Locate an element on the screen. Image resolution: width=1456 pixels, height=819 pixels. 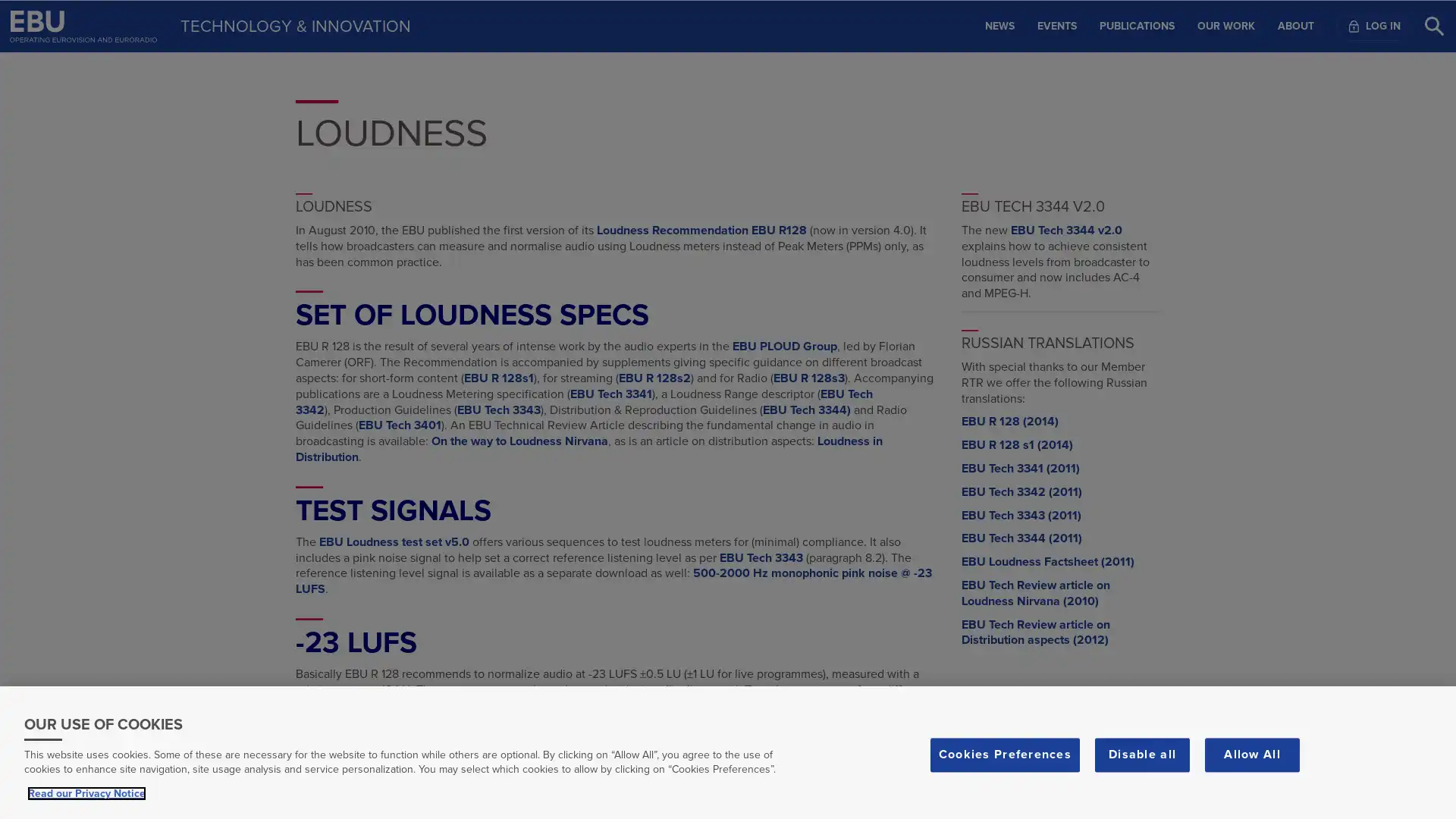
Search is located at coordinates (1434, 26).